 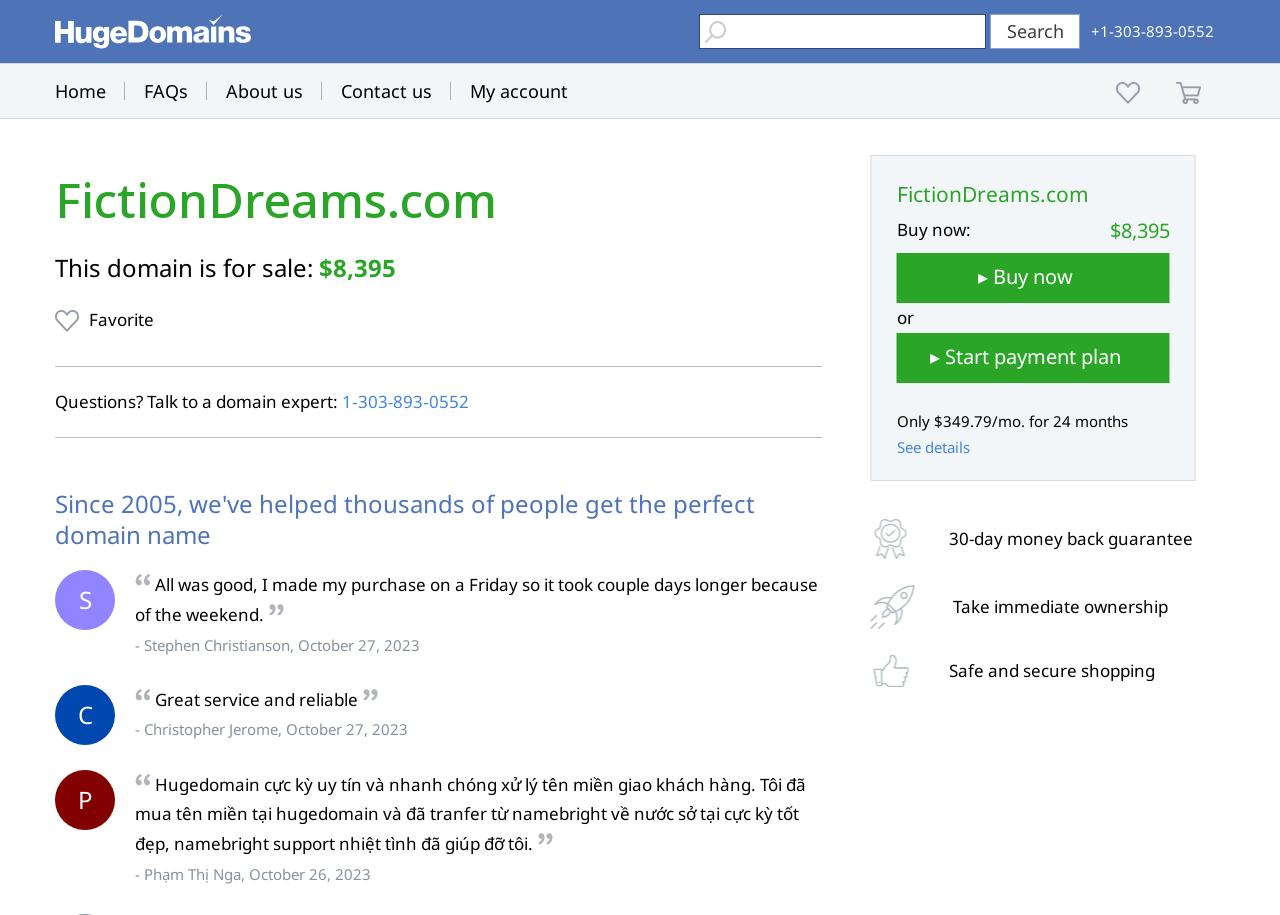 I want to click on '1‑303‑893‑0552', so click(x=403, y=400).